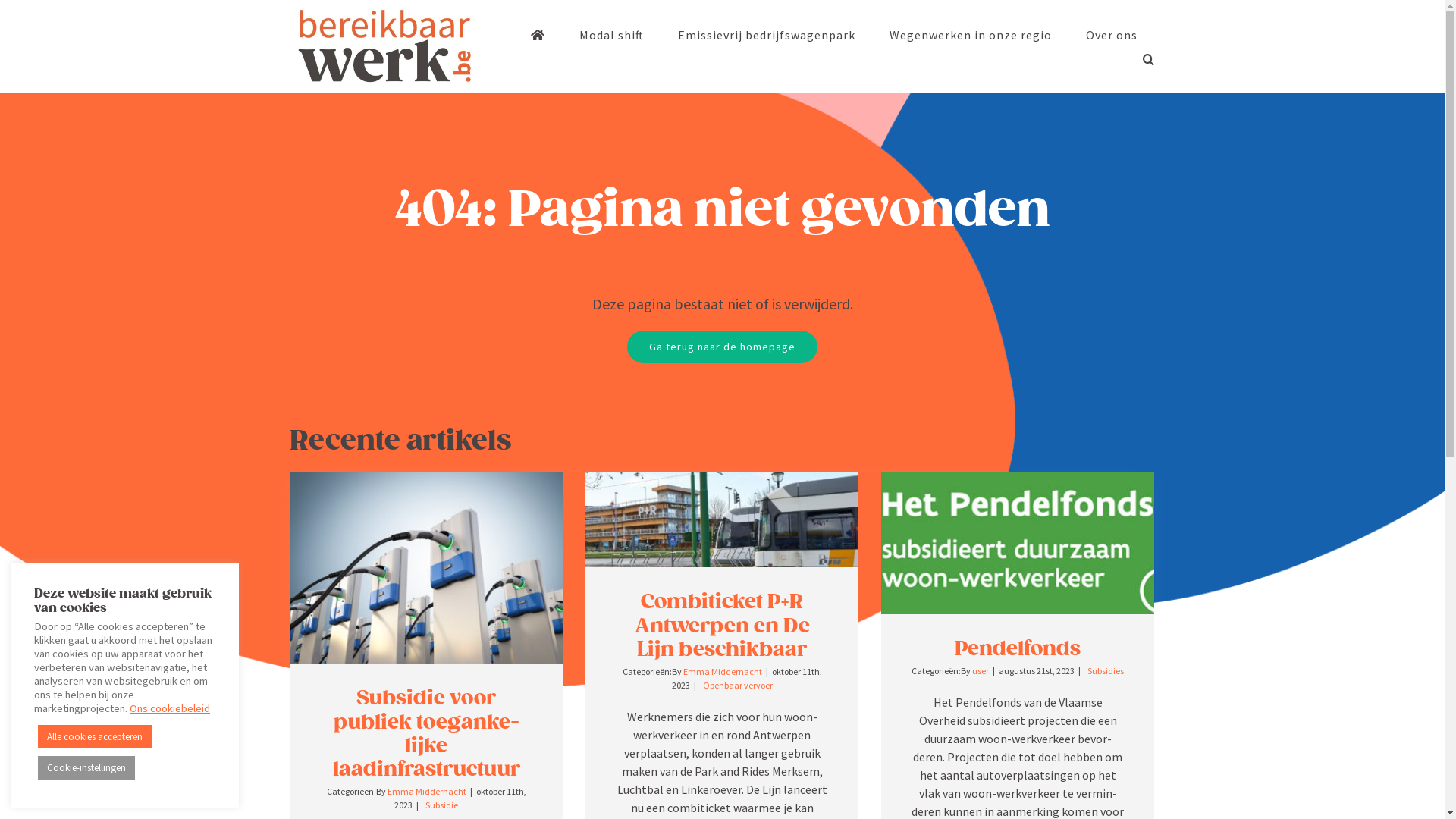  I want to click on 'Subsidie', so click(425, 804).